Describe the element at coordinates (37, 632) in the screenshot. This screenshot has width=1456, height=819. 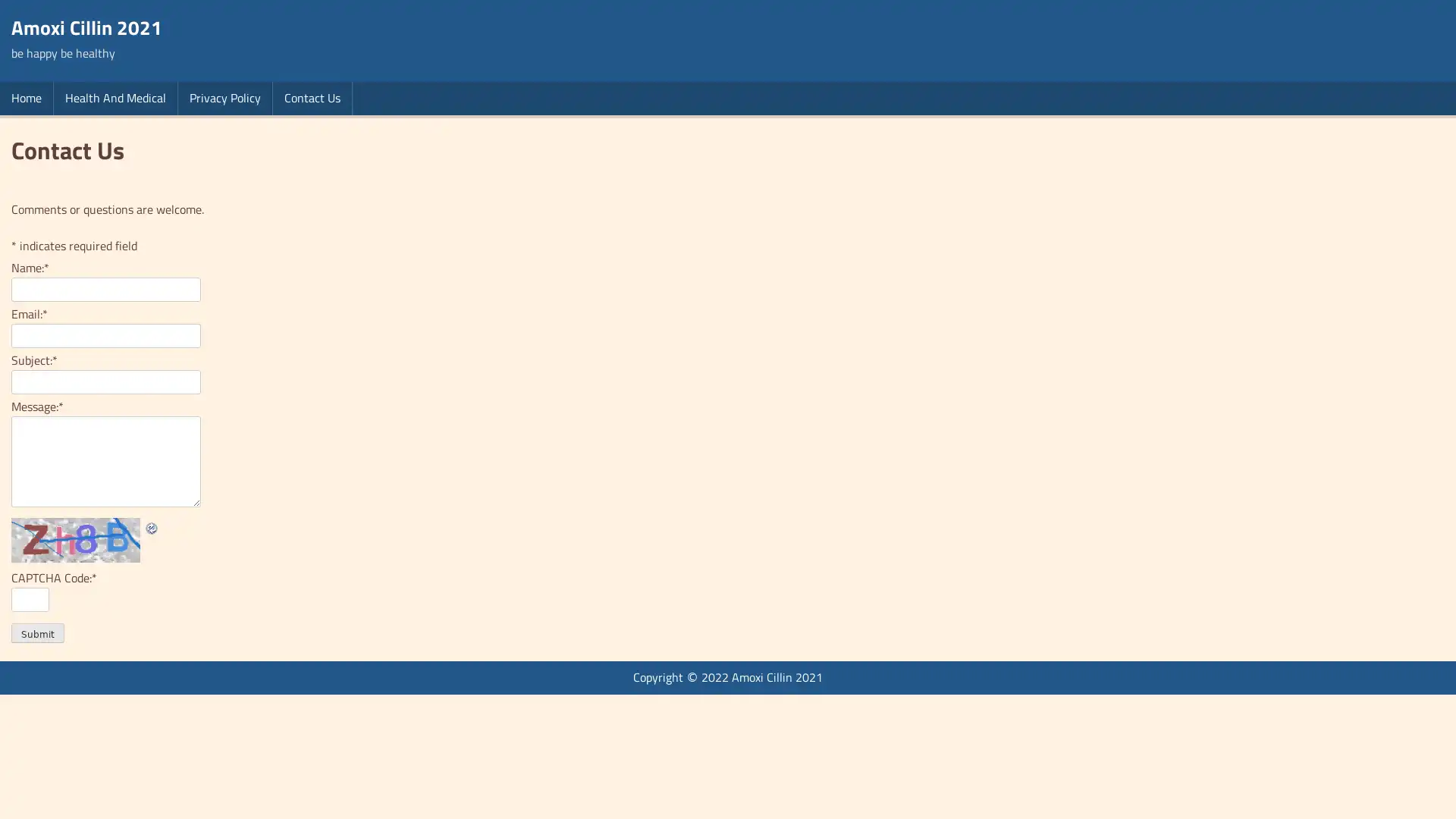
I see `Submit` at that location.